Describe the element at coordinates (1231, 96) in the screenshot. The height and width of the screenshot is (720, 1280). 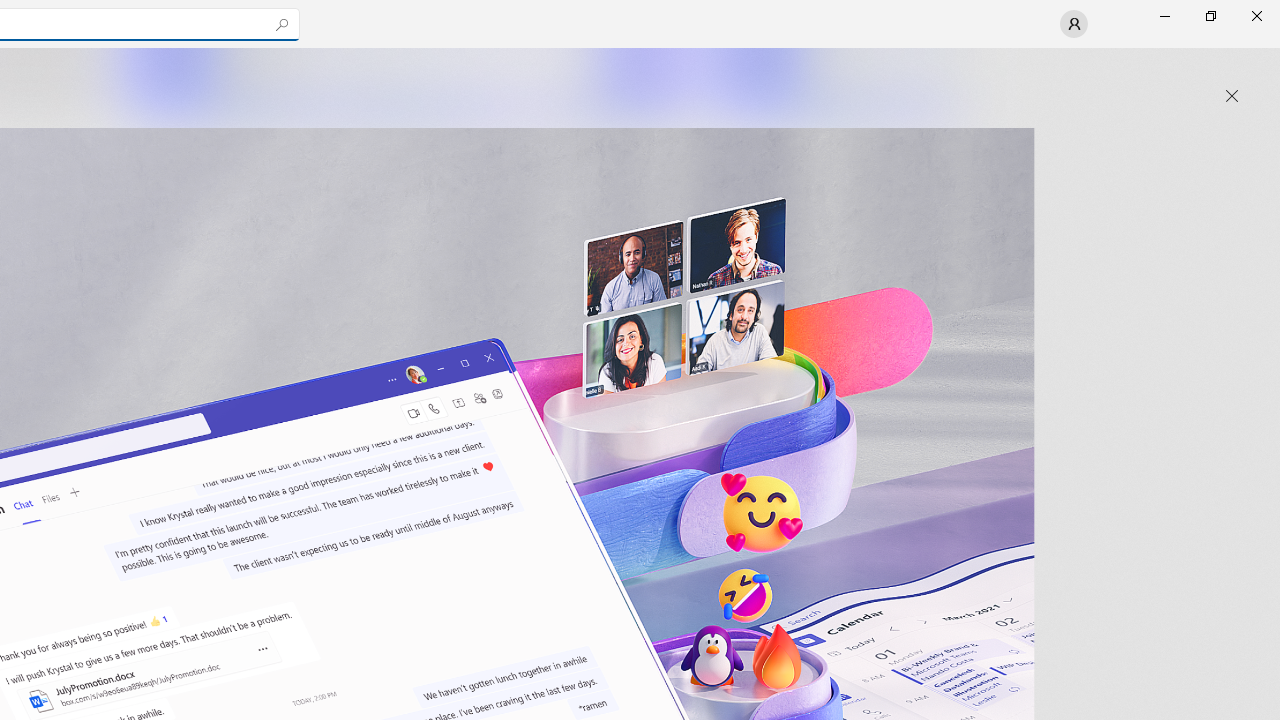
I see `'close popup window'` at that location.